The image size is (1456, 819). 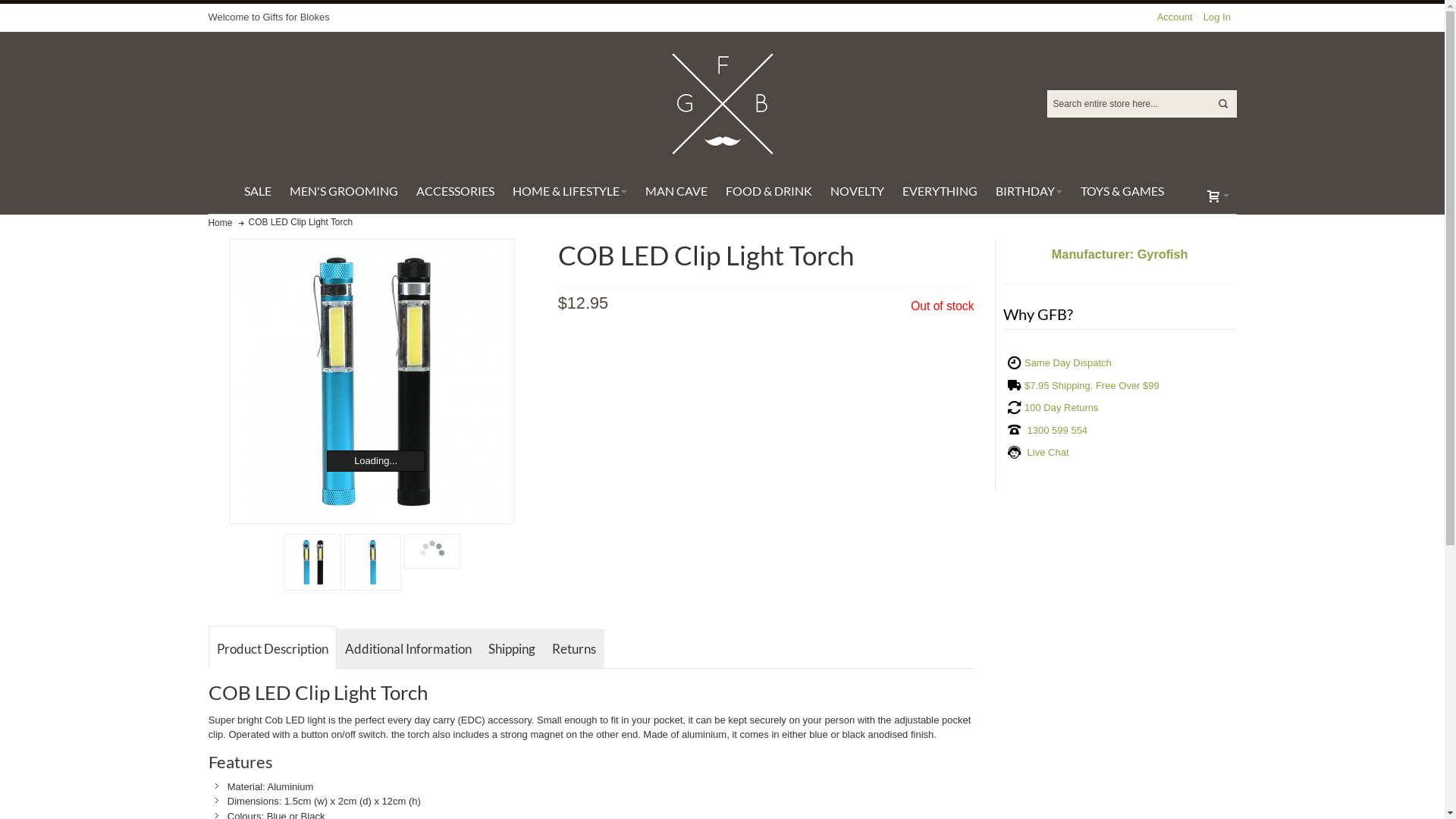 I want to click on 'SALE', so click(x=258, y=190).